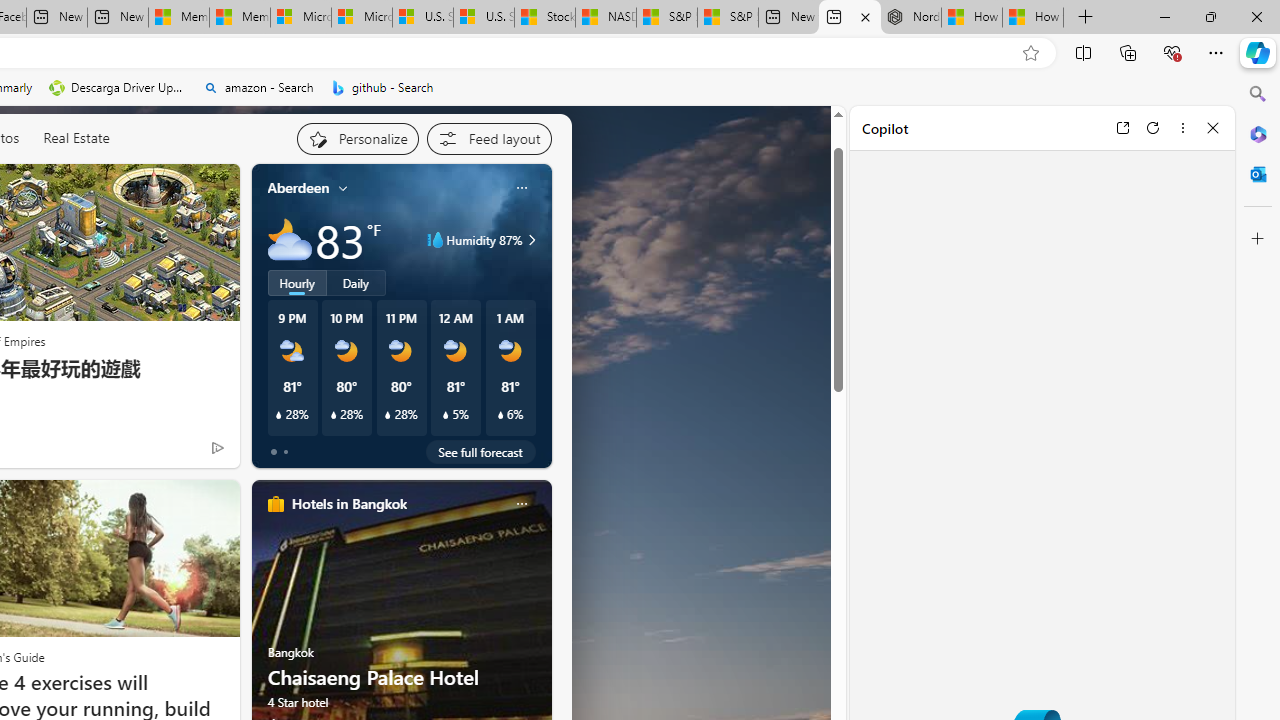 This screenshot has width=1280, height=720. Describe the element at coordinates (382, 87) in the screenshot. I see `'github - Search'` at that location.